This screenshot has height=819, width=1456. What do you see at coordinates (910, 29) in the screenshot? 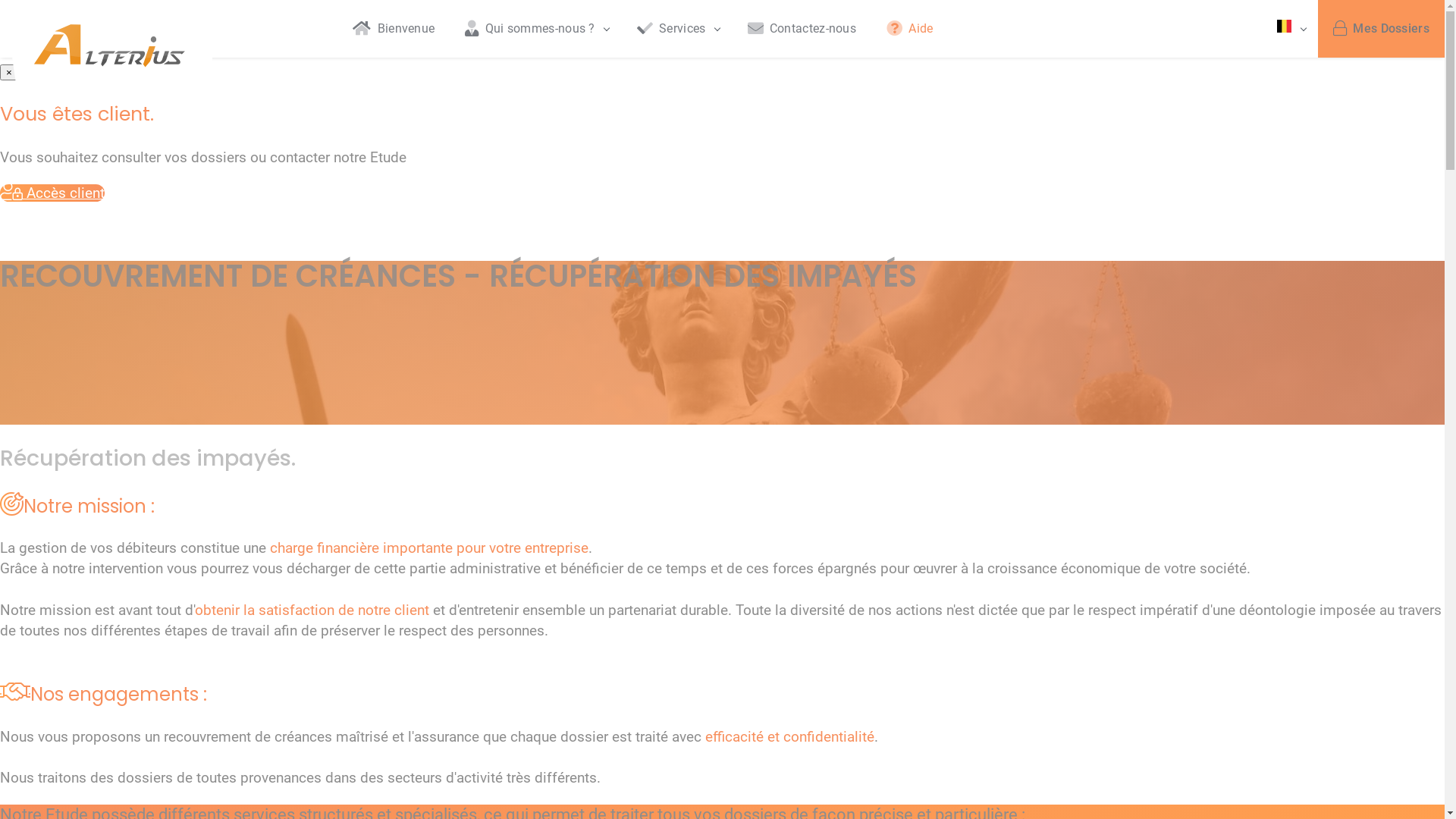
I see `'Aide'` at bounding box center [910, 29].